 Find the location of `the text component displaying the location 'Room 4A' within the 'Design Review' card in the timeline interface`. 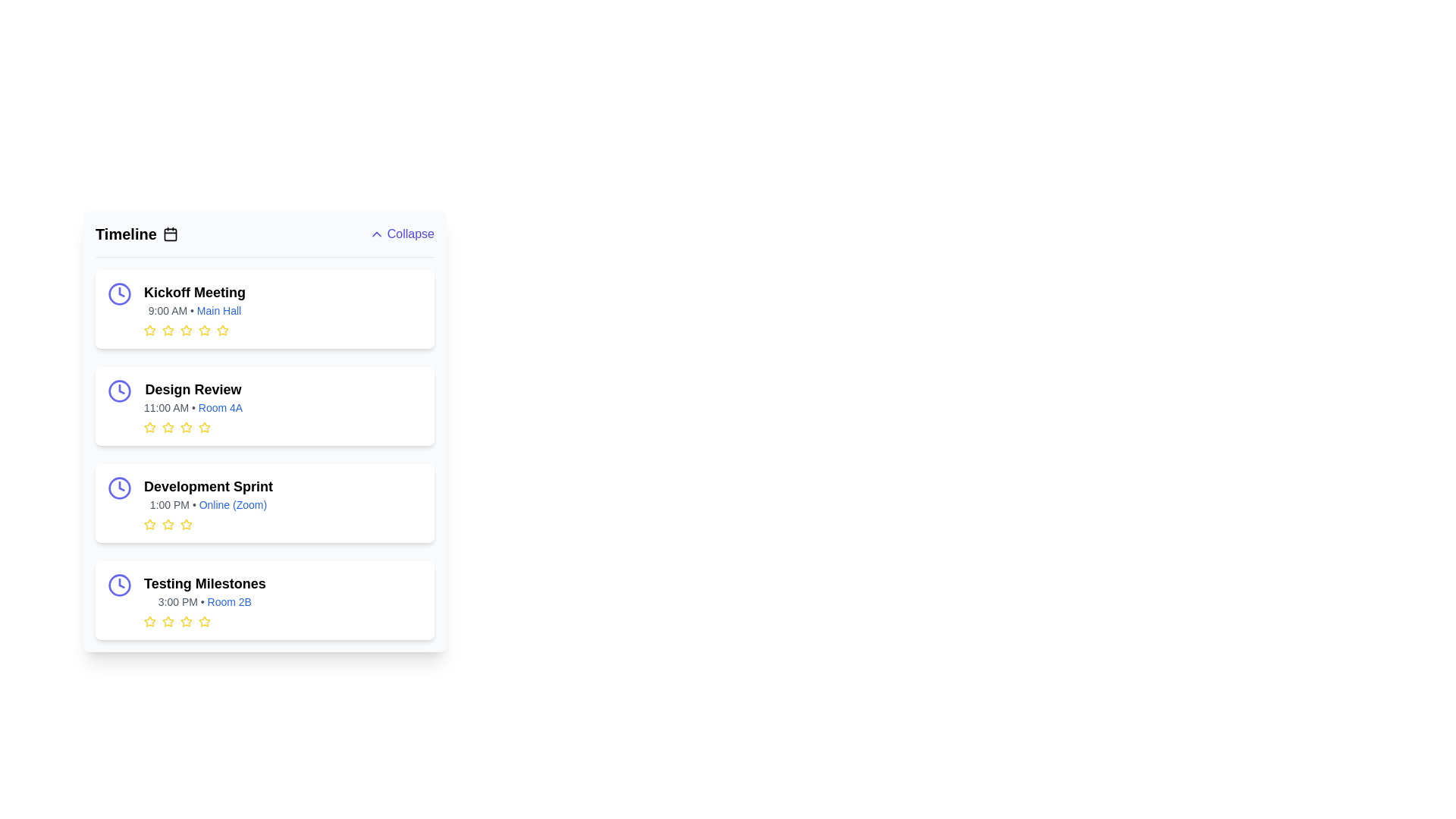

the text component displaying the location 'Room 4A' within the 'Design Review' card in the timeline interface is located at coordinates (193, 406).